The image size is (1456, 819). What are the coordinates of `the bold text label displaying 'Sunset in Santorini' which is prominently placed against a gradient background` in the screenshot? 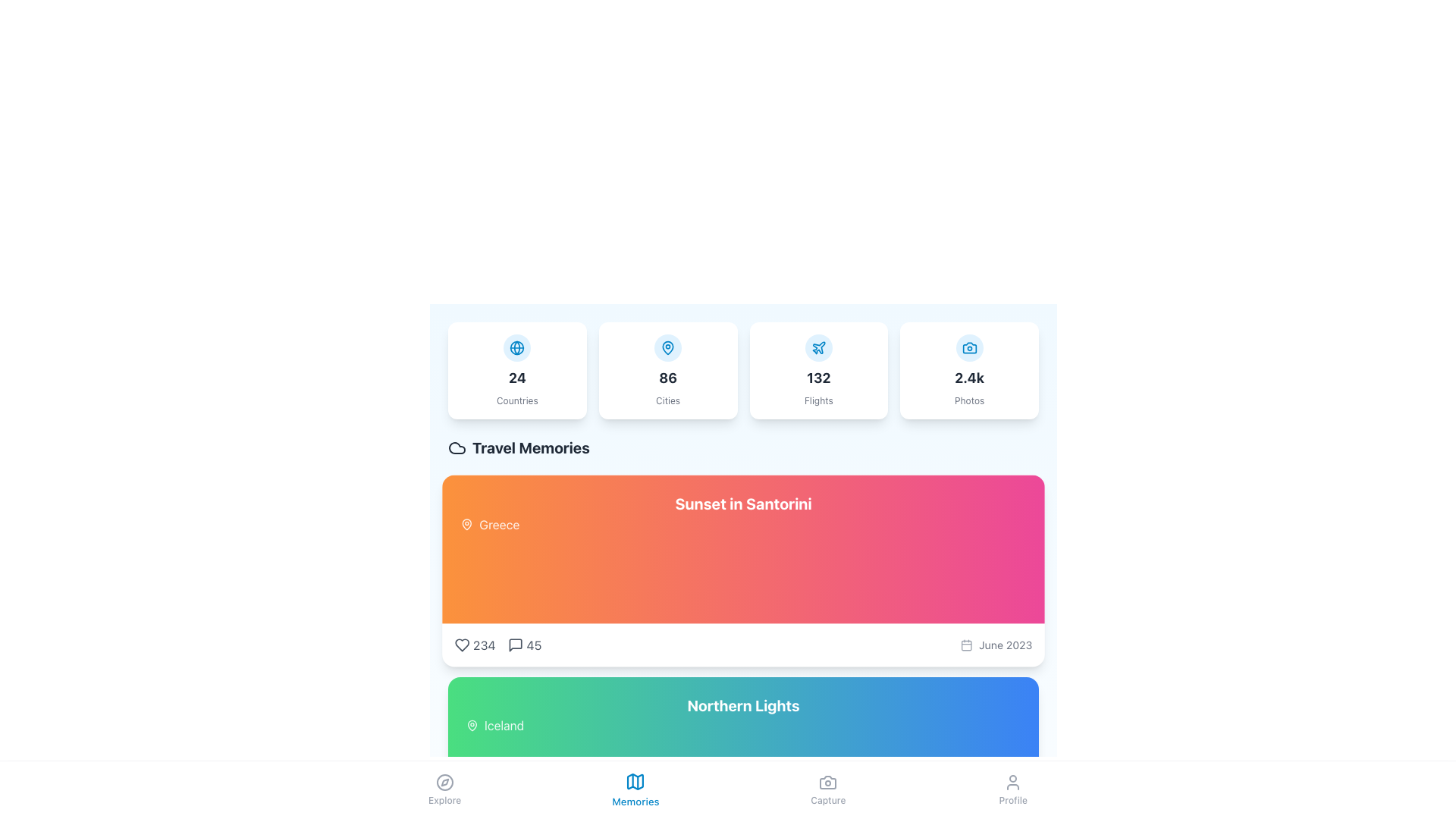 It's located at (743, 504).